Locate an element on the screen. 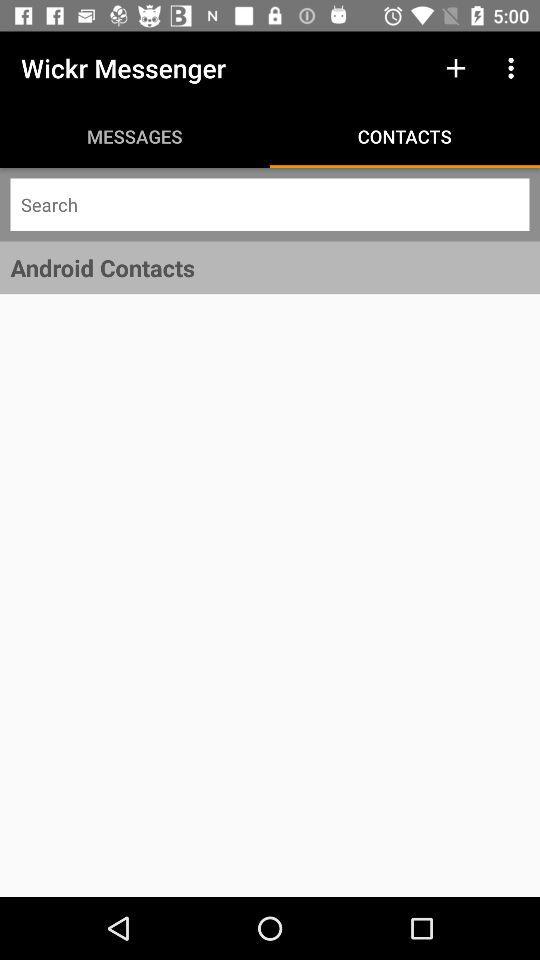 The width and height of the screenshot is (540, 960). icon next to wickr messenger item is located at coordinates (455, 68).